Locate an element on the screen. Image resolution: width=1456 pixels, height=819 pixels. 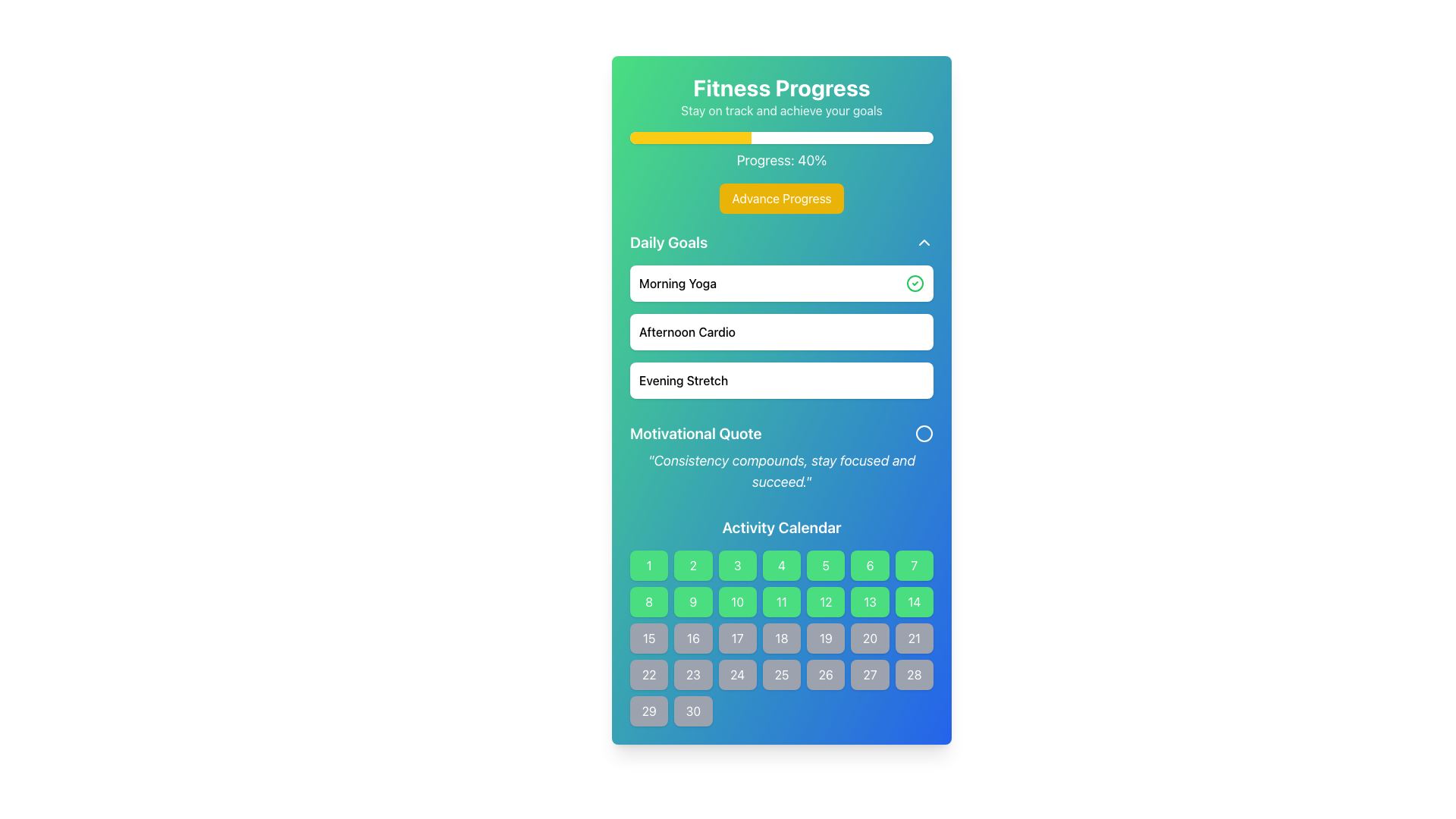
the motivational quote text element located beneath the 'Motivational Quote' label in the 'Daily Goals' section is located at coordinates (782, 470).